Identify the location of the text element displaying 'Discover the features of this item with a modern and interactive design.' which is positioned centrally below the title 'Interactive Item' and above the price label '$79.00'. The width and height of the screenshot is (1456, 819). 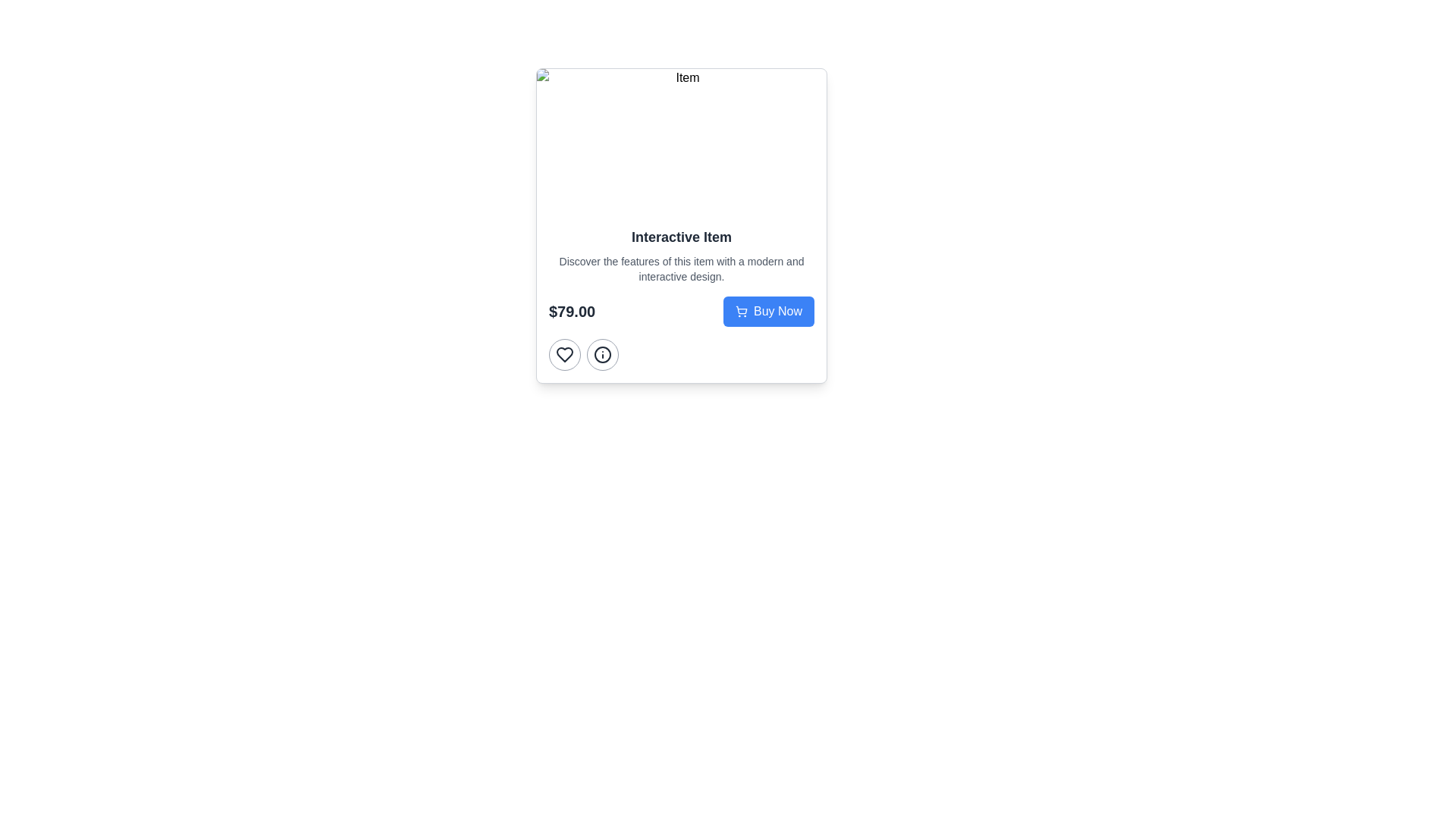
(680, 268).